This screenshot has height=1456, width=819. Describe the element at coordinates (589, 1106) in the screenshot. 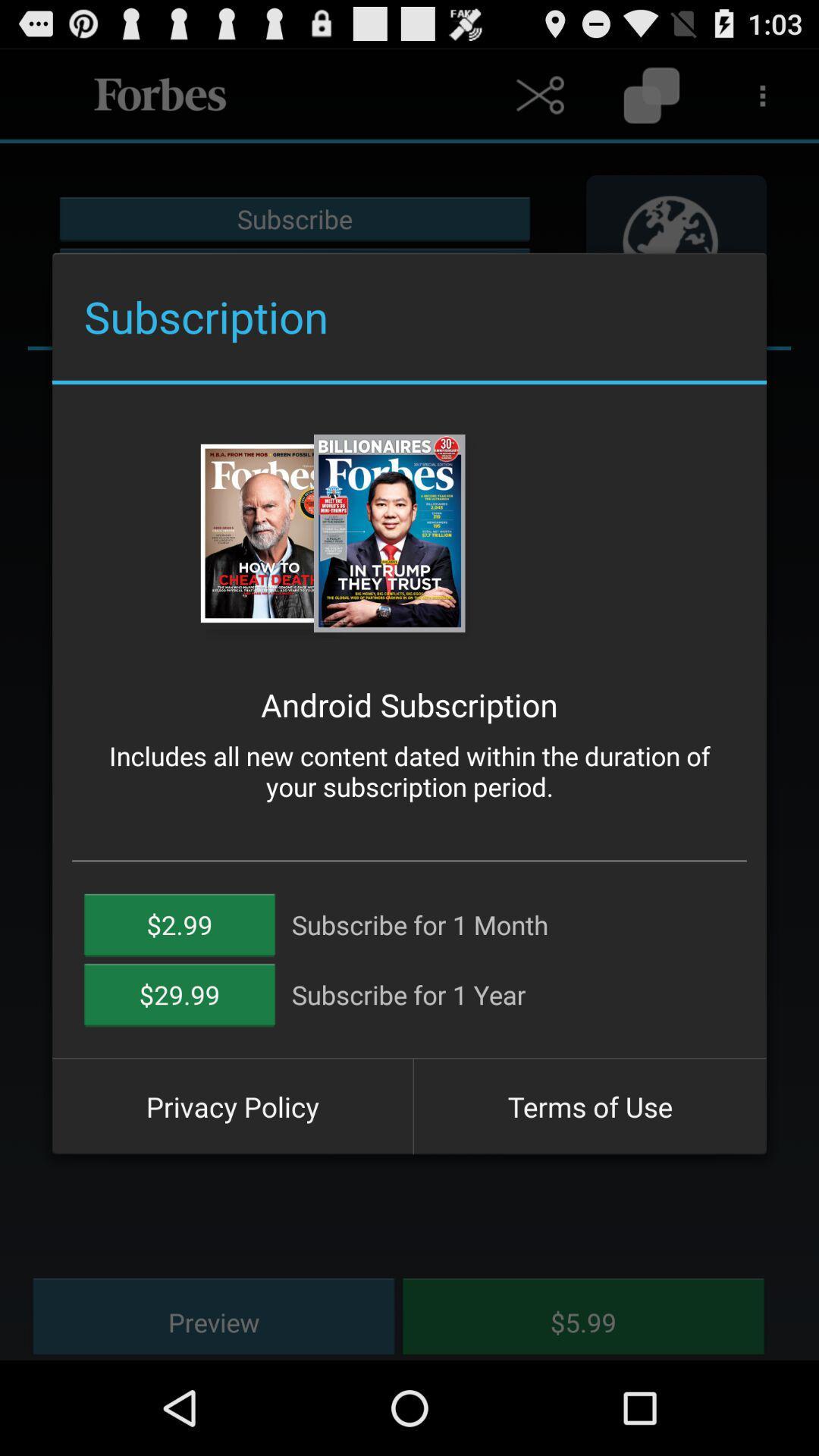

I see `the icon at the bottom right corner` at that location.